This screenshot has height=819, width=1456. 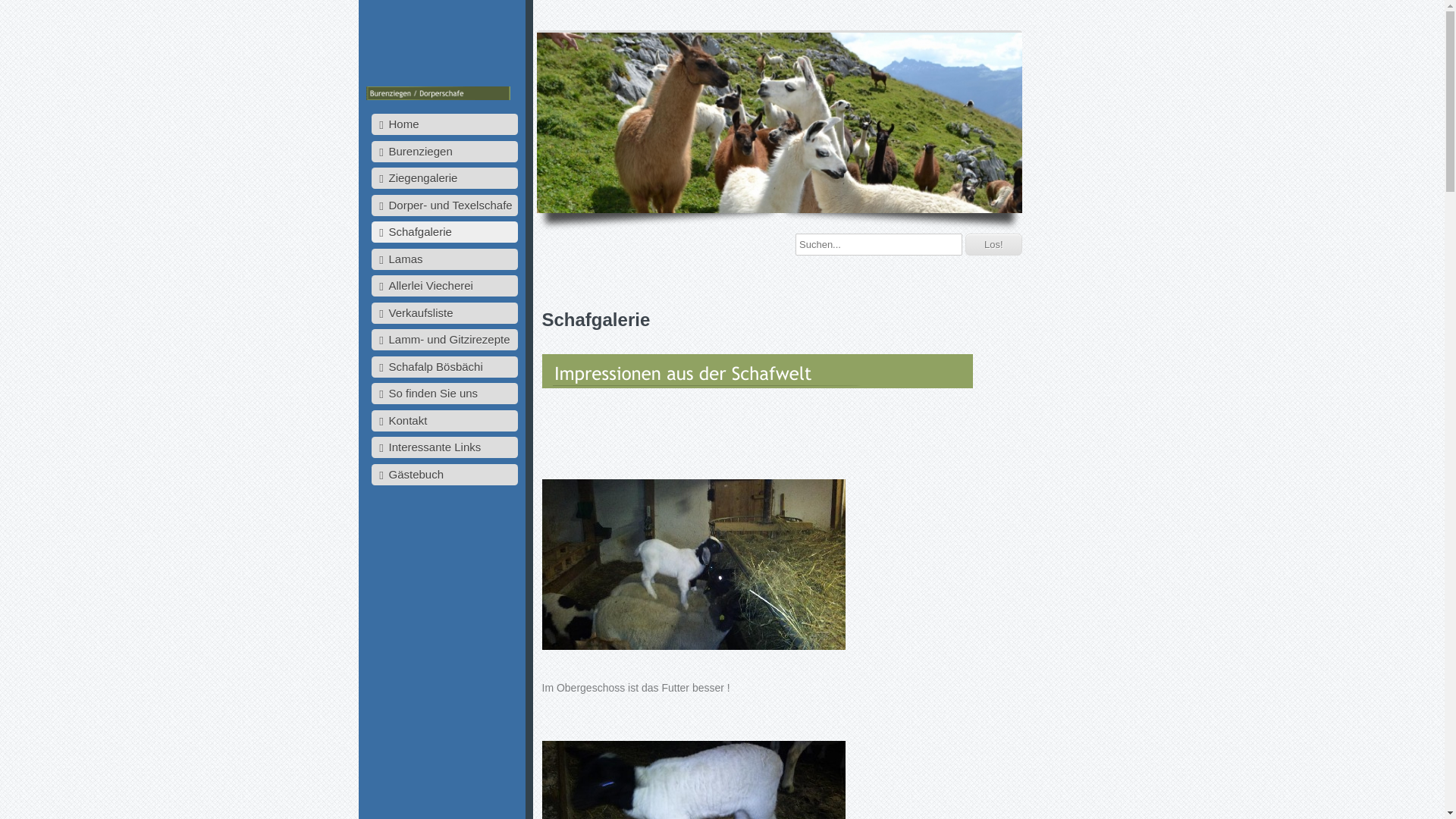 What do you see at coordinates (371, 393) in the screenshot?
I see `'So finden Sie uns'` at bounding box center [371, 393].